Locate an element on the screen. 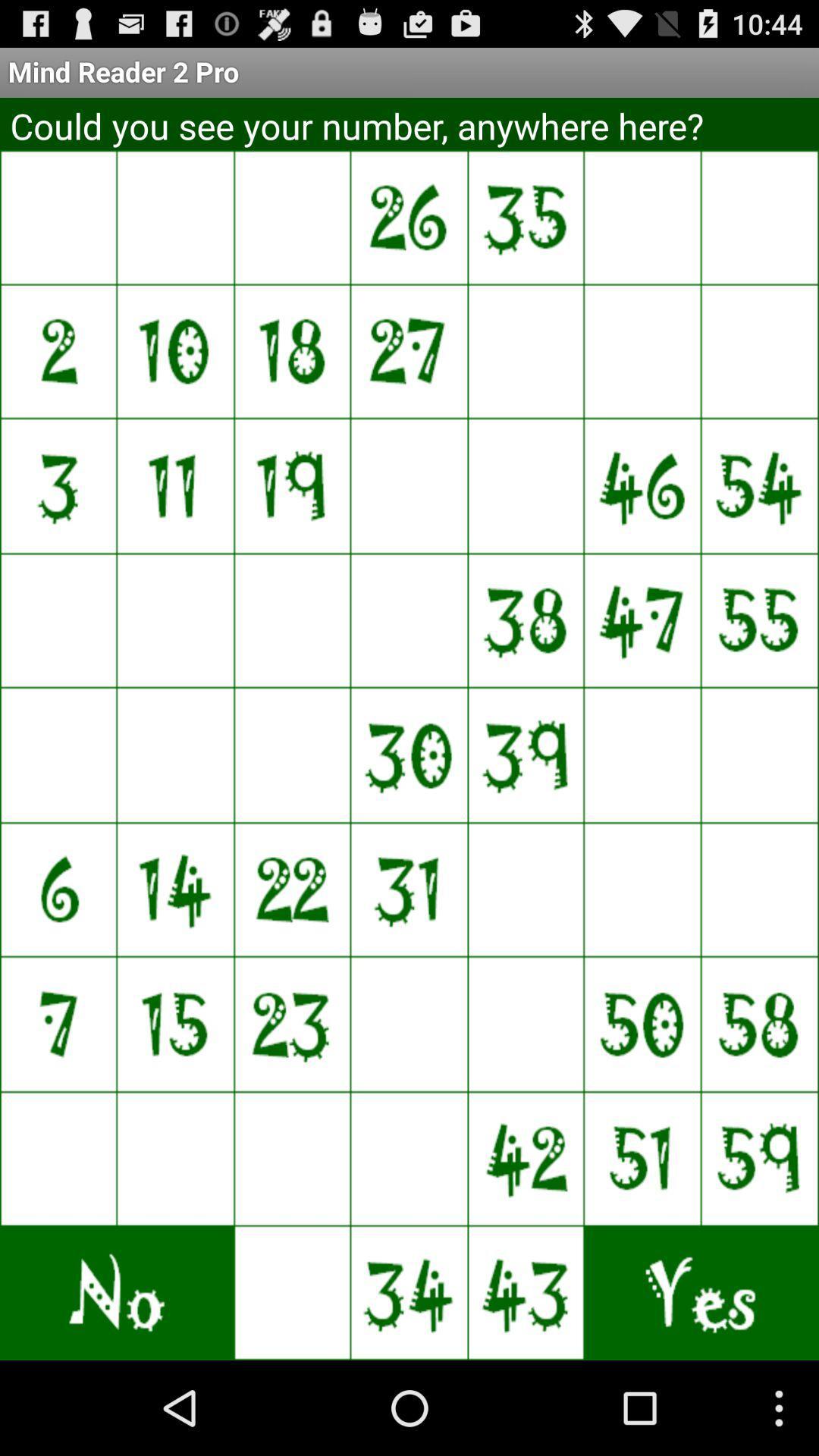  say no is located at coordinates (234, 755).